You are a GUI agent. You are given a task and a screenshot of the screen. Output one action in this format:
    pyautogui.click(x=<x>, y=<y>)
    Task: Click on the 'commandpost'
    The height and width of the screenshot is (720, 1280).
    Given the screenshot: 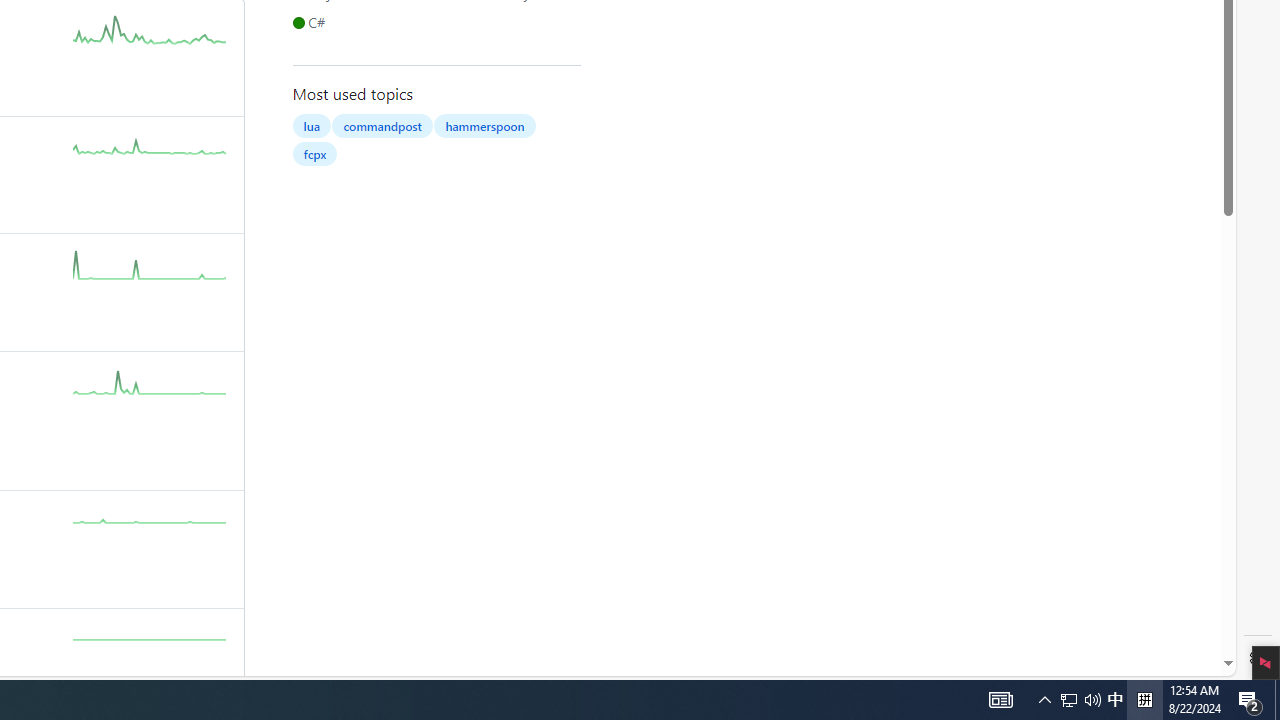 What is the action you would take?
    pyautogui.click(x=382, y=125)
    